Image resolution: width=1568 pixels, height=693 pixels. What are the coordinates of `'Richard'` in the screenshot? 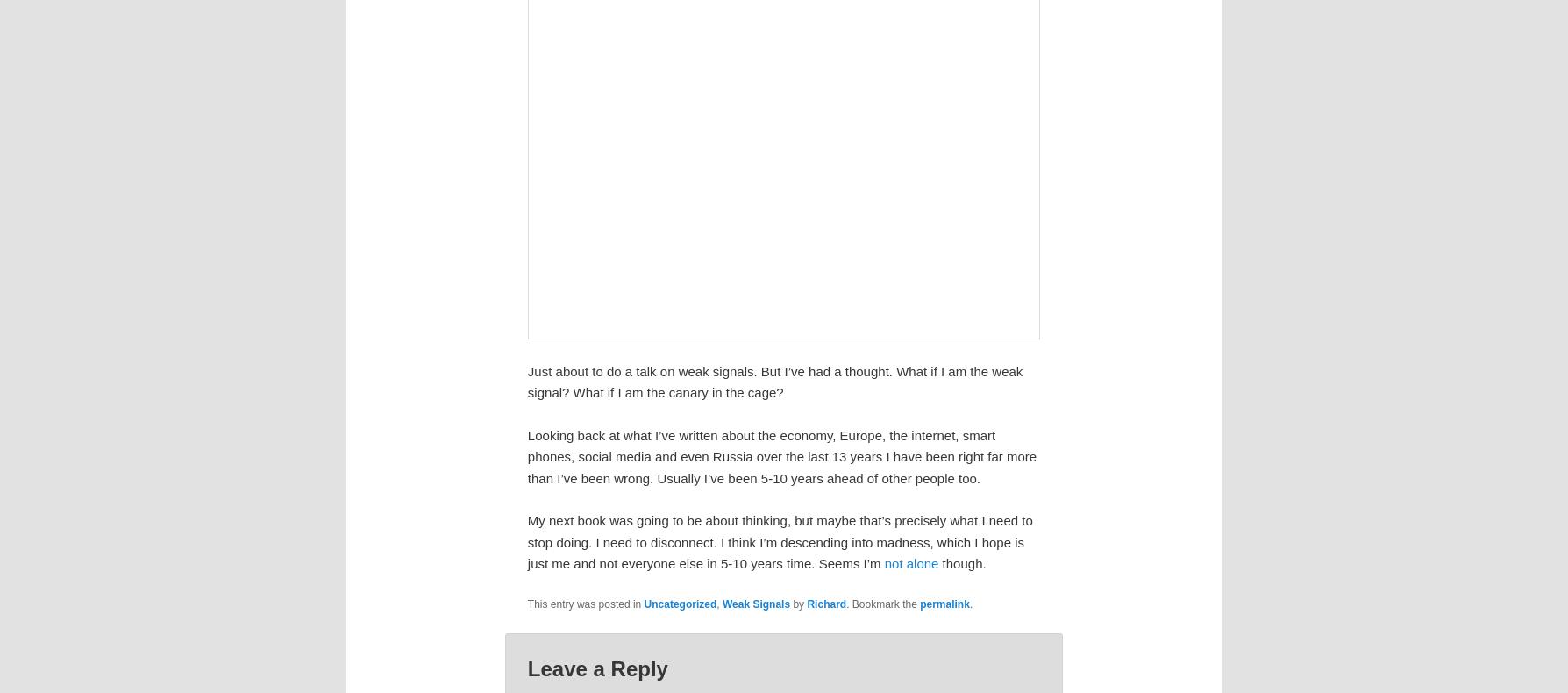 It's located at (826, 603).